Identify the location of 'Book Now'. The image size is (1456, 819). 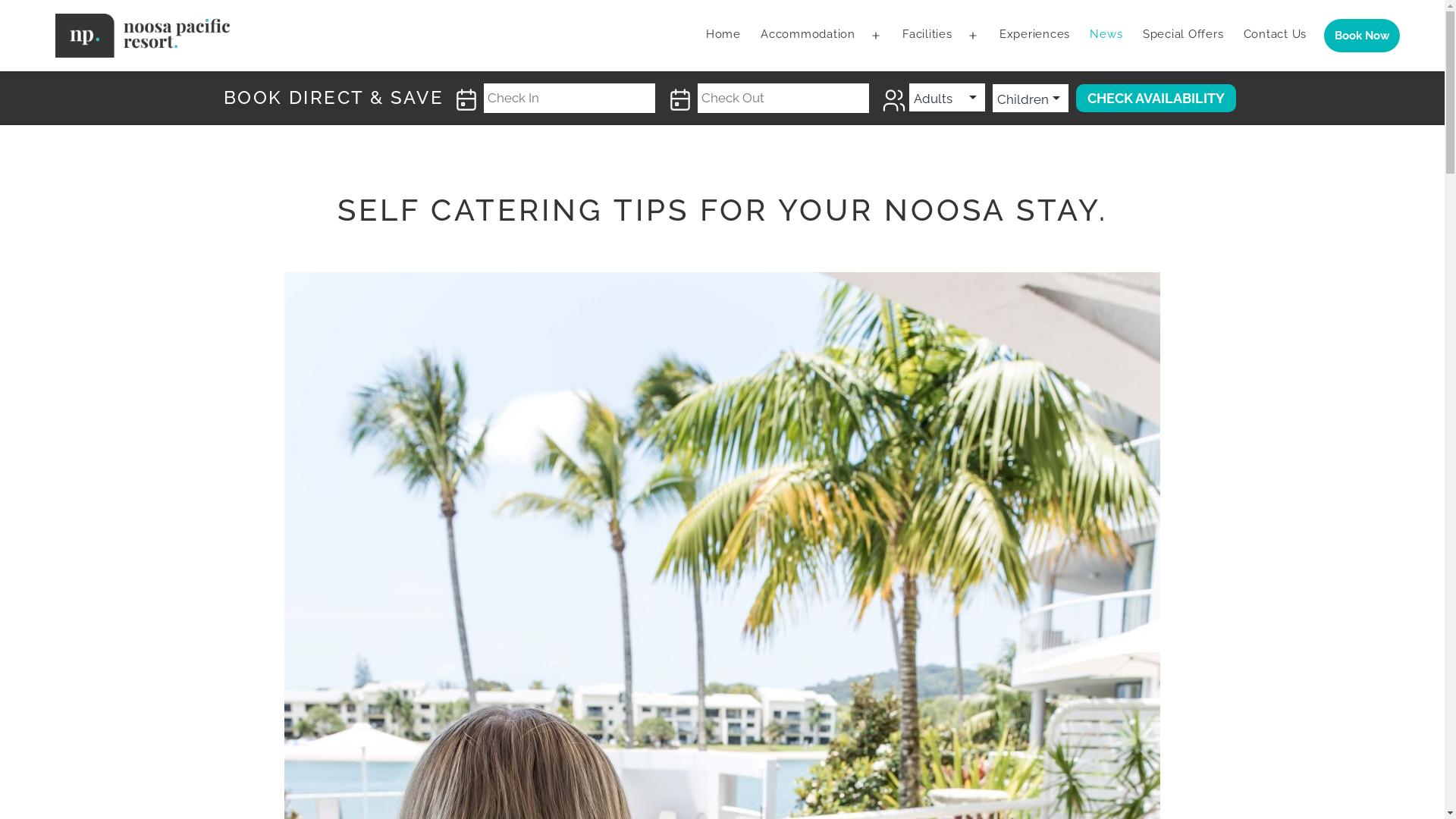
(1361, 34).